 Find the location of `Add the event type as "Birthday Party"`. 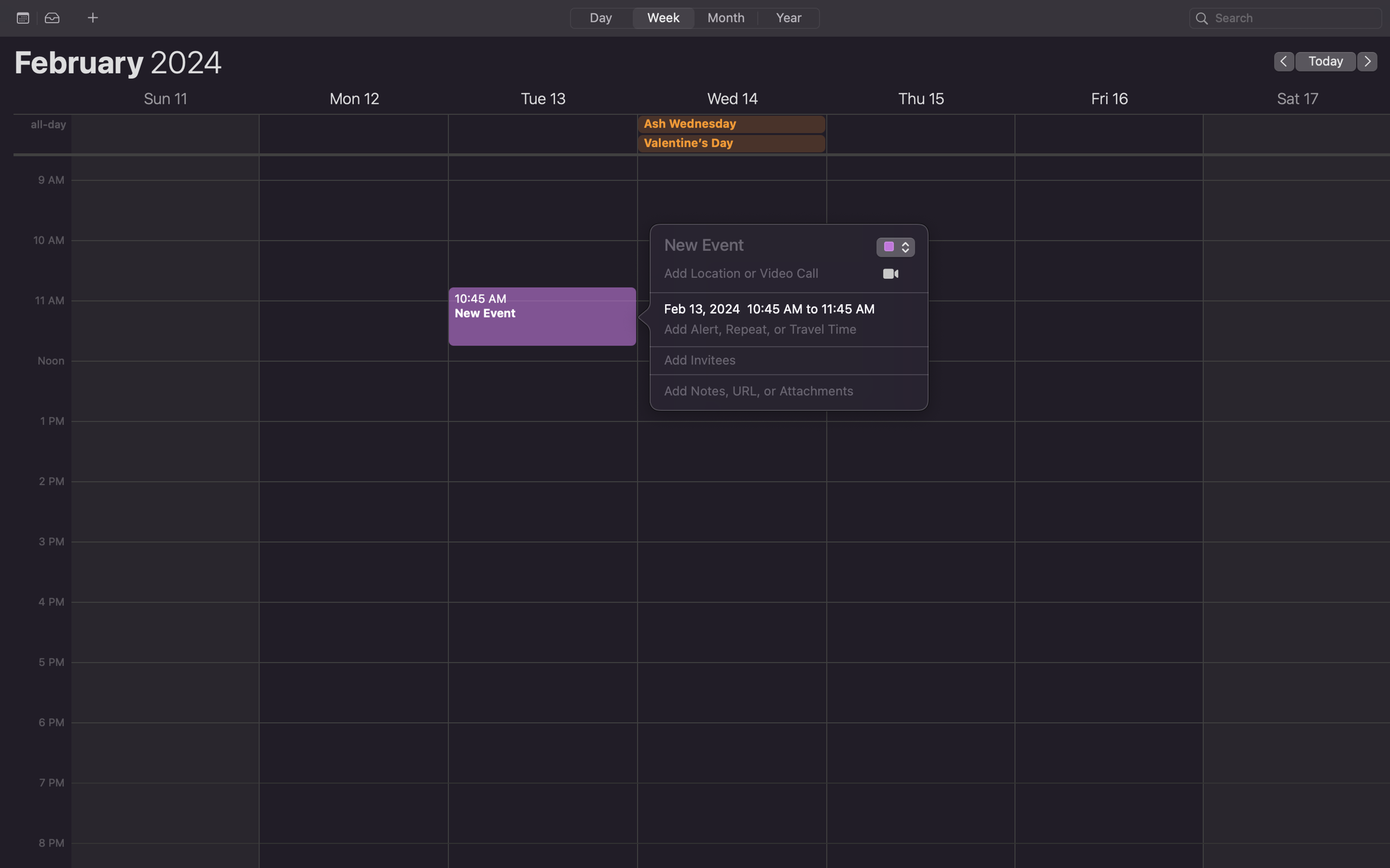

Add the event type as "Birthday Party" is located at coordinates (887, 249).